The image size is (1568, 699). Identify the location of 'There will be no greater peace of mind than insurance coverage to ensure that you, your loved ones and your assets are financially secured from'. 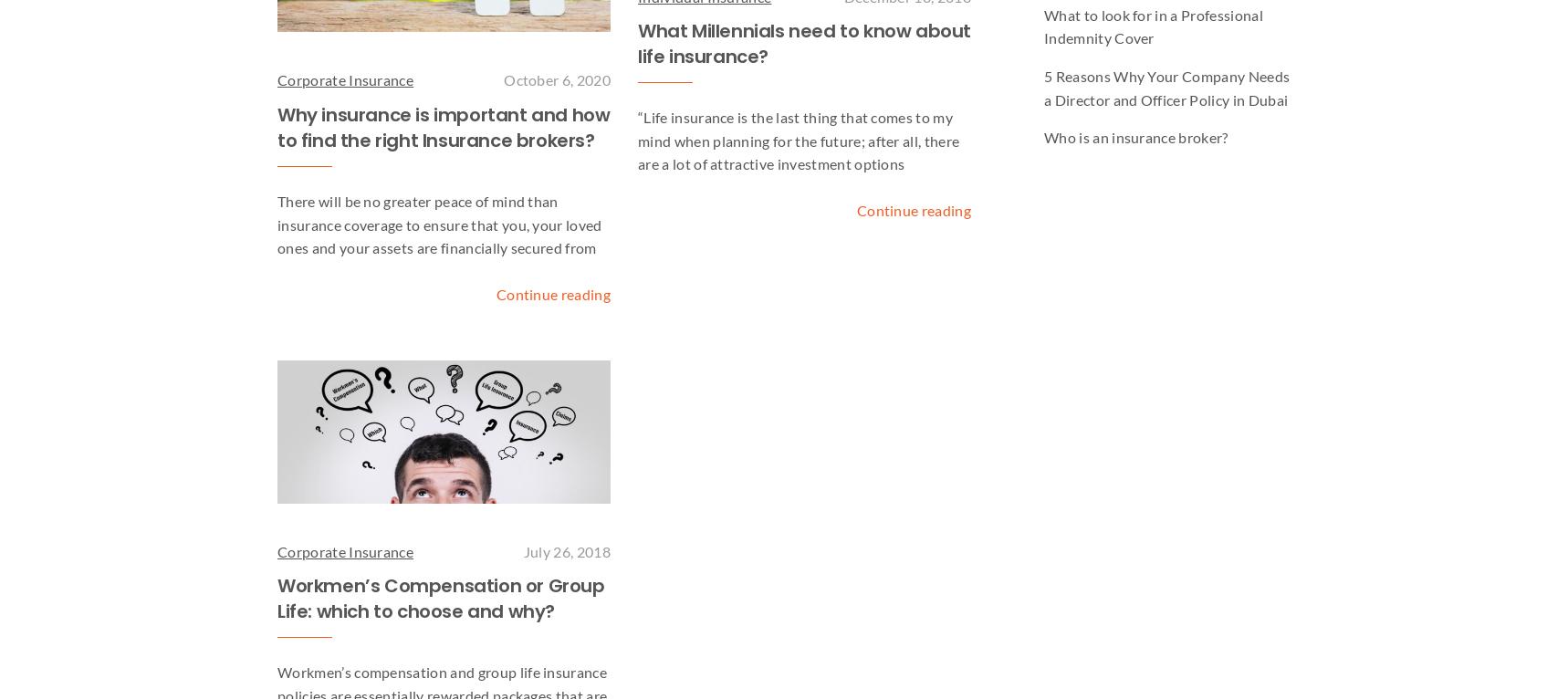
(439, 223).